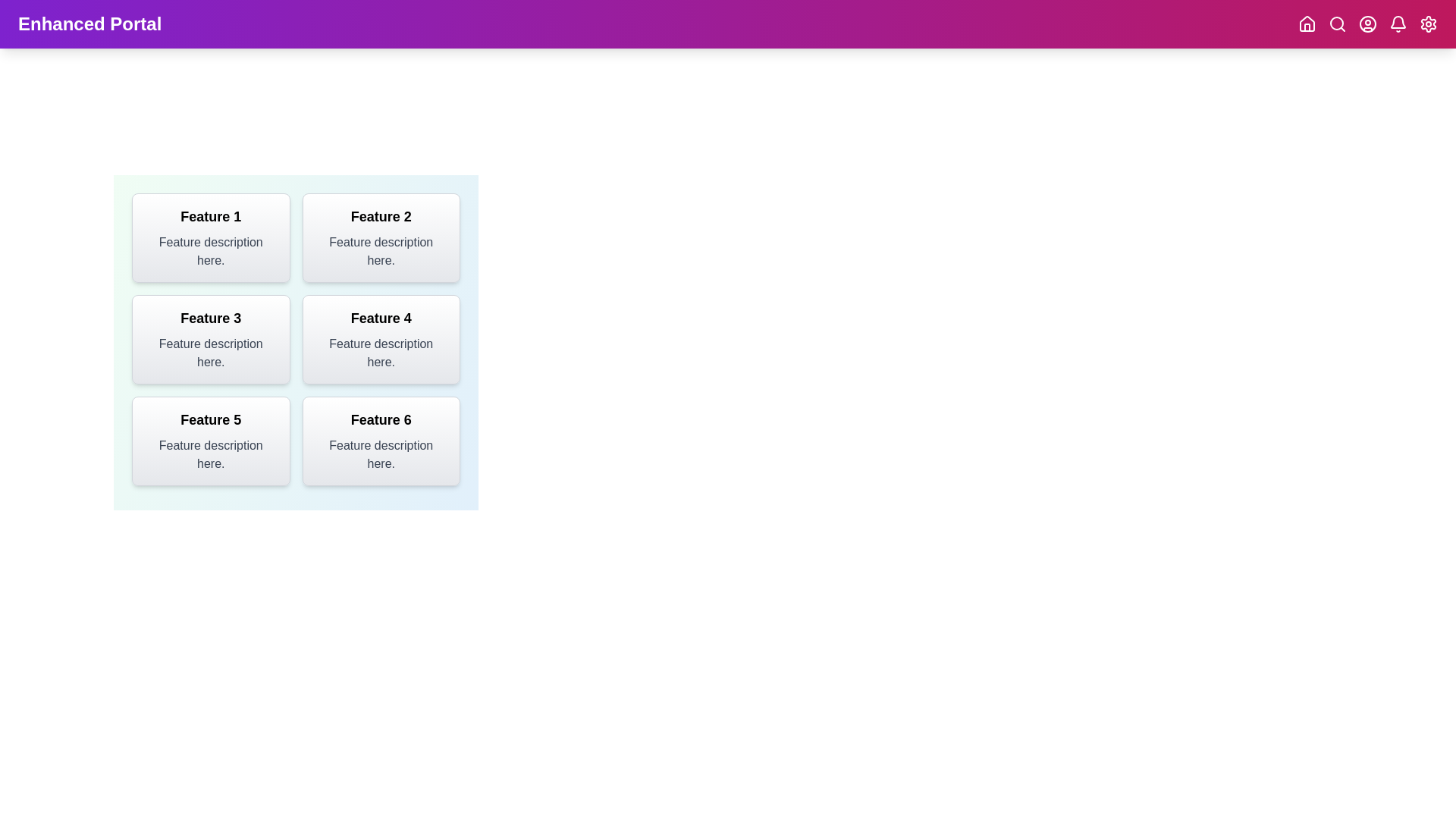  Describe the element at coordinates (1306, 24) in the screenshot. I see `the Home navigation icon` at that location.